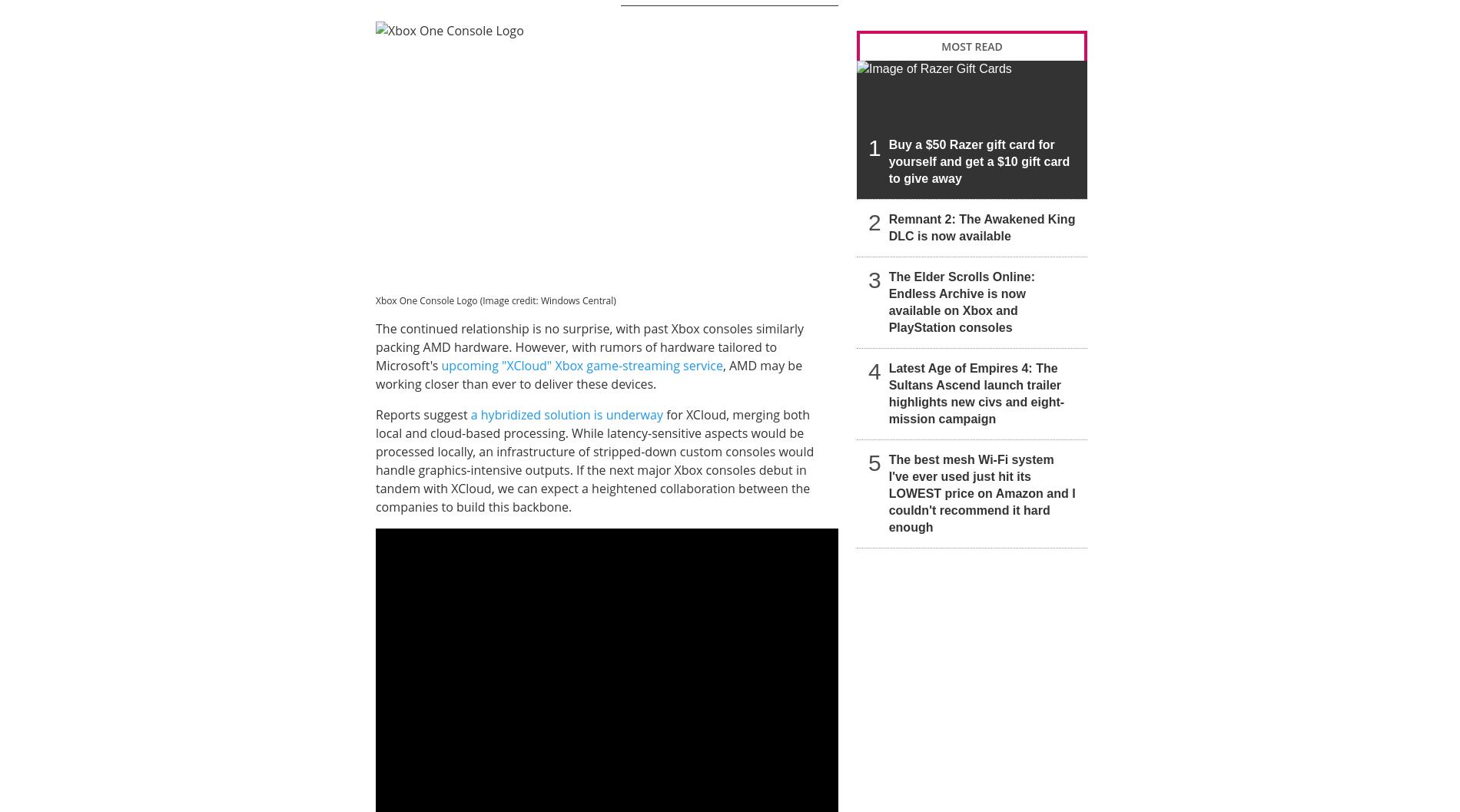 Image resolution: width=1460 pixels, height=812 pixels. Describe the element at coordinates (971, 46) in the screenshot. I see `'MOST READ'` at that location.